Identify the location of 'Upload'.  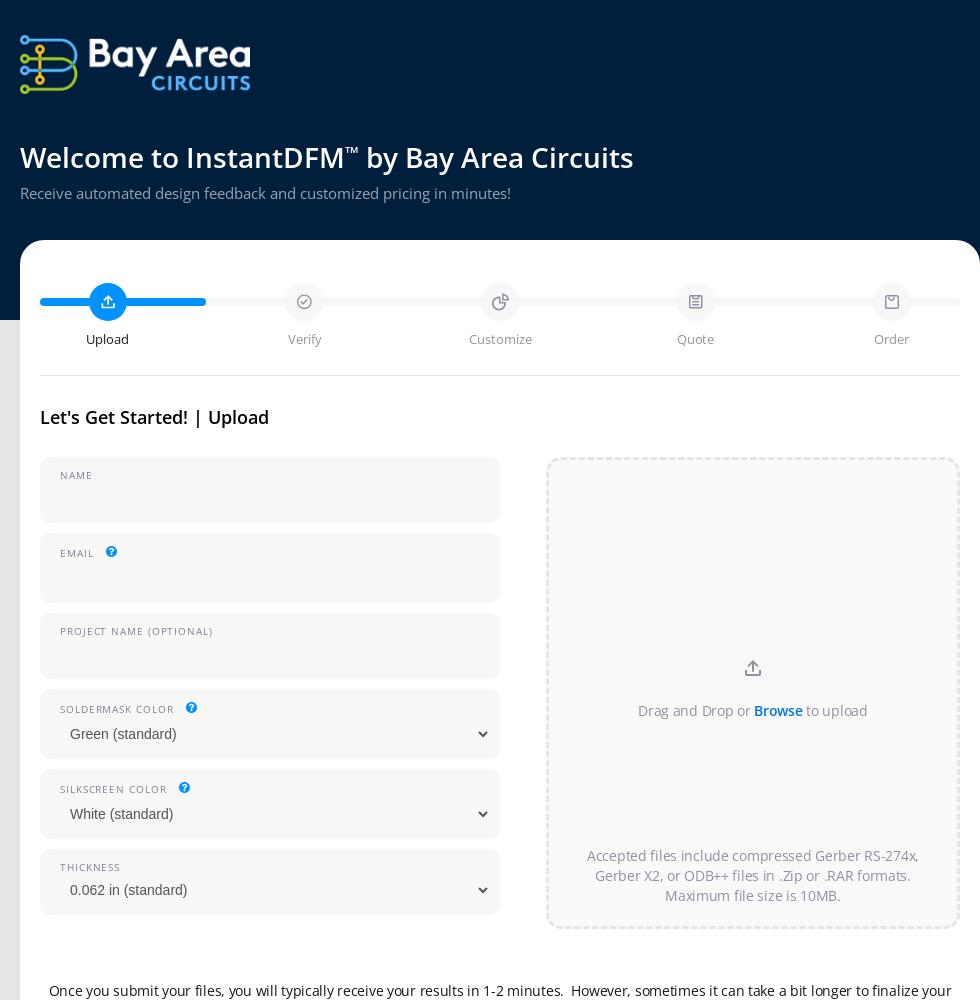
(107, 337).